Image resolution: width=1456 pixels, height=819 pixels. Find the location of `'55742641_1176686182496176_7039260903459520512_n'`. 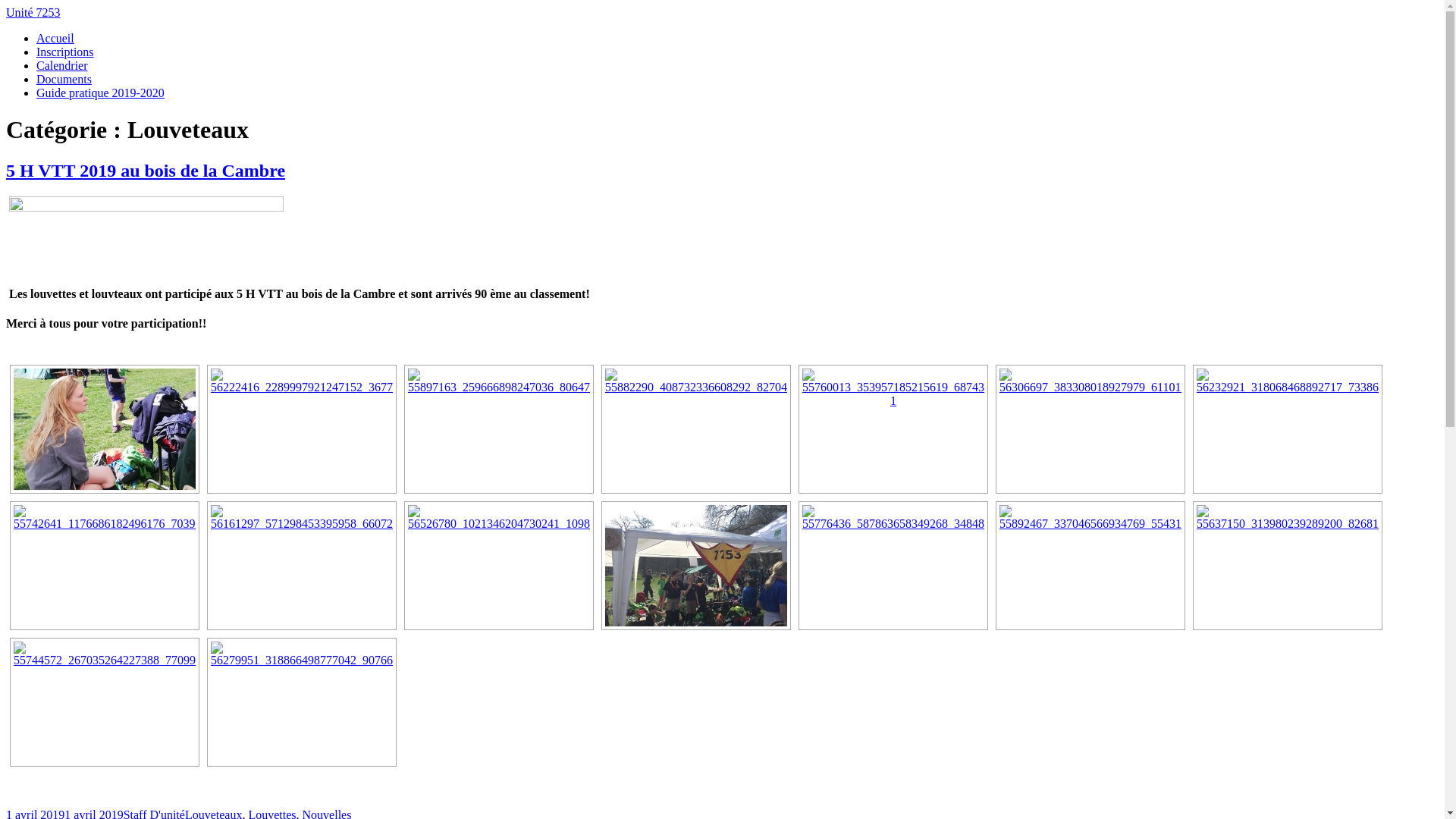

'55742641_1176686182496176_7039260903459520512_n' is located at coordinates (104, 565).